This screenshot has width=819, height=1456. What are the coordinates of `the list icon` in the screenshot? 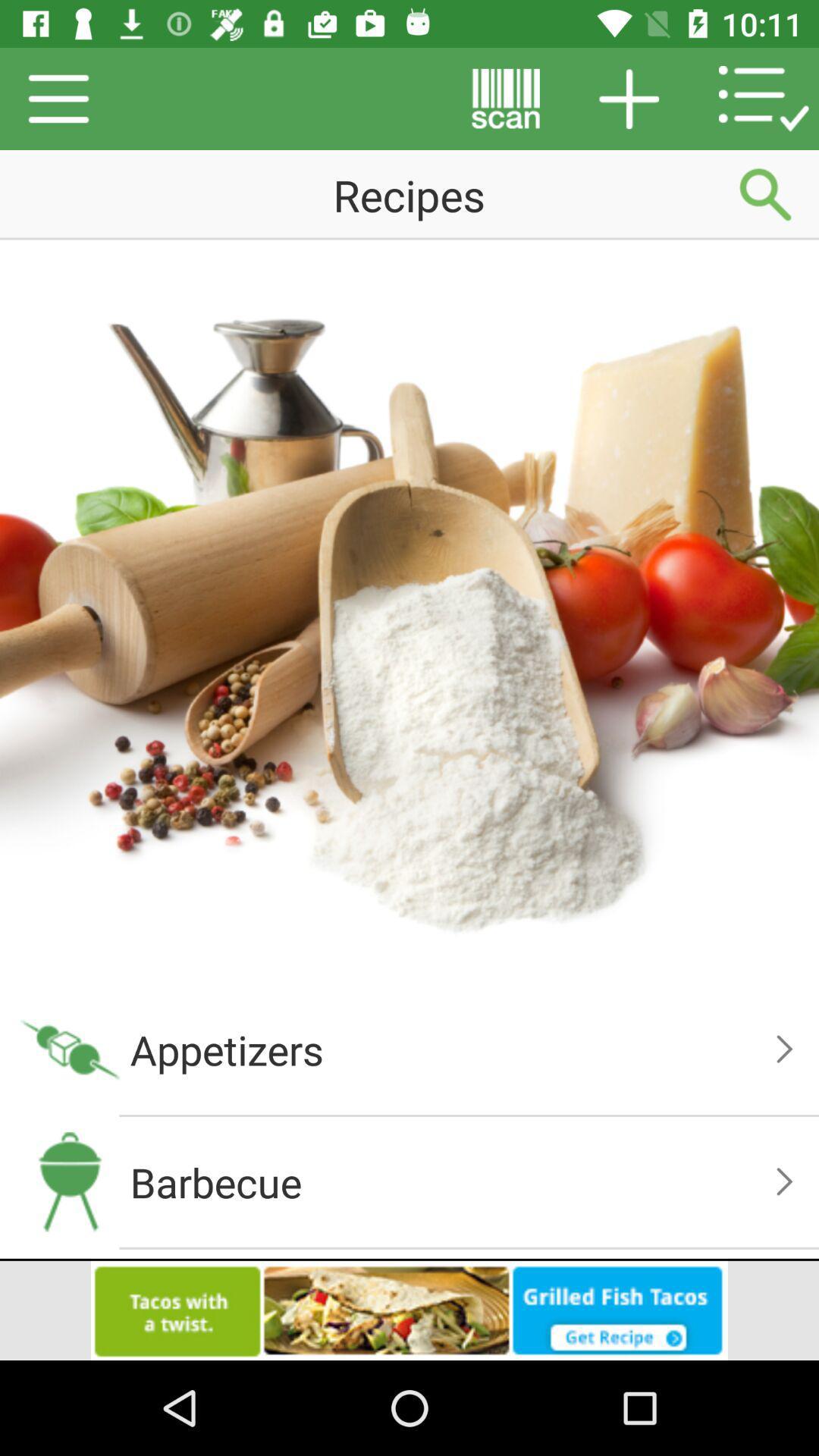 It's located at (764, 98).